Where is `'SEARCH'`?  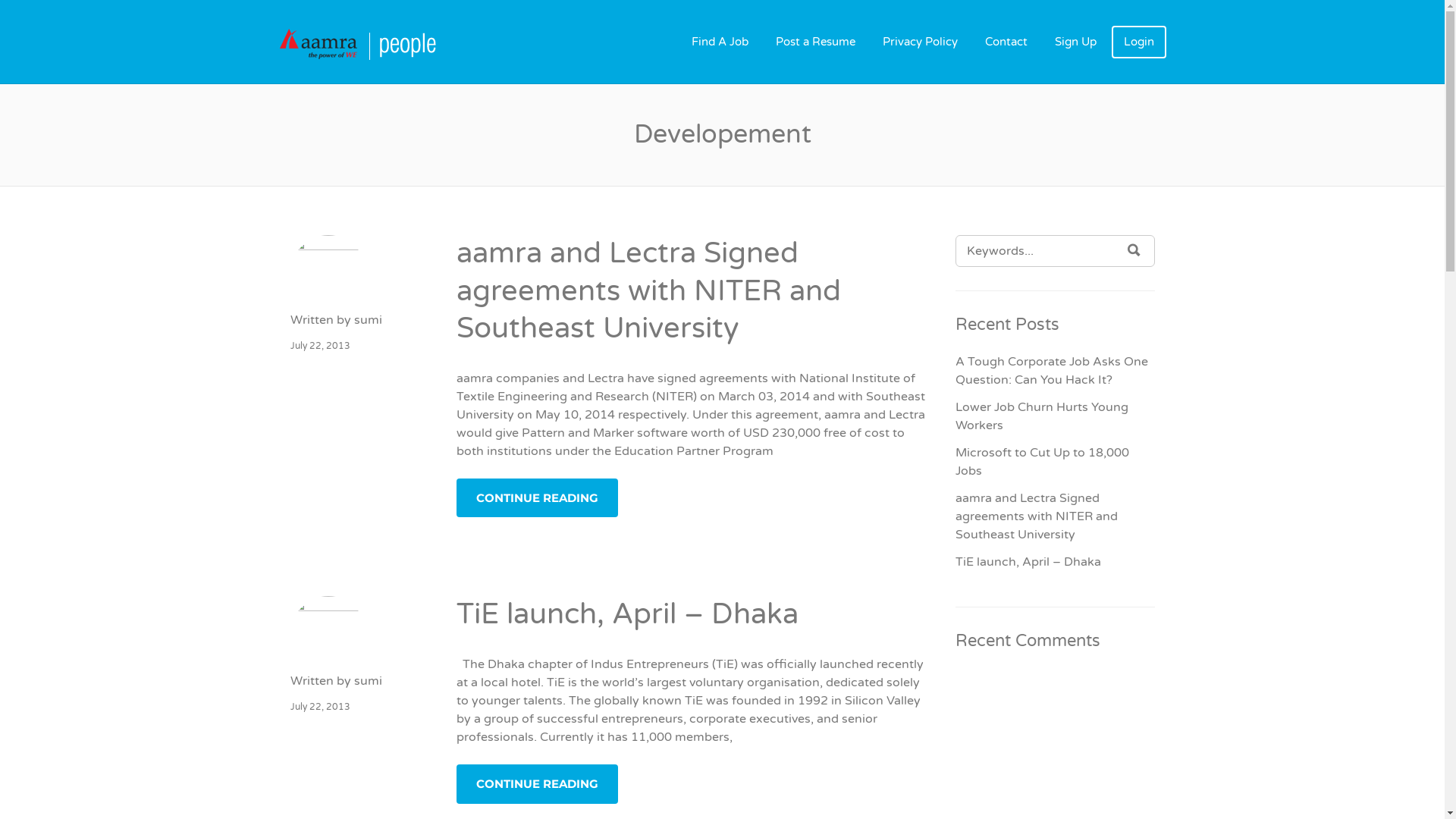
'SEARCH' is located at coordinates (1134, 249).